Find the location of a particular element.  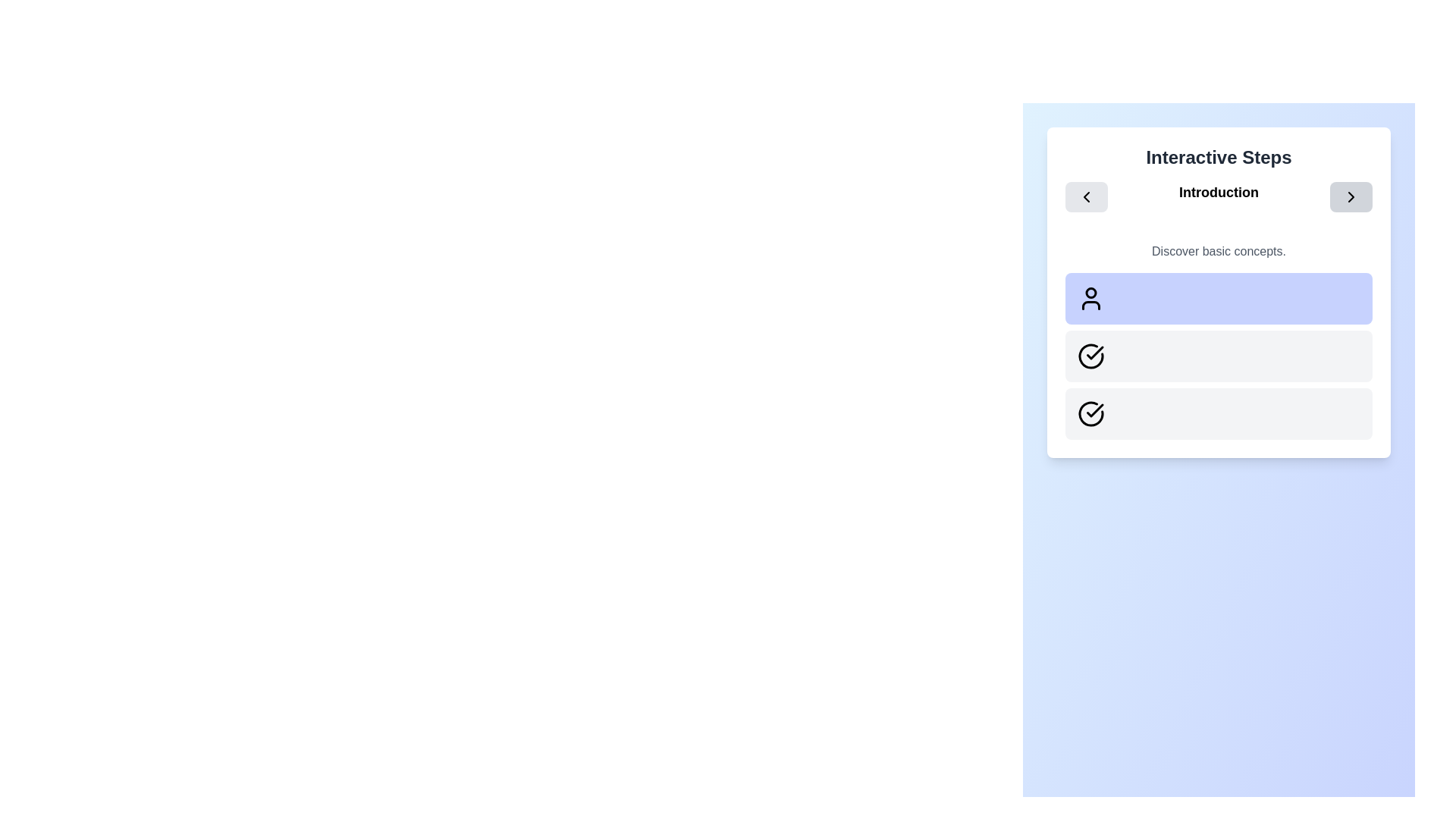

the primary heading text located at the top of the panel with a white background and rounded corners is located at coordinates (1219, 158).